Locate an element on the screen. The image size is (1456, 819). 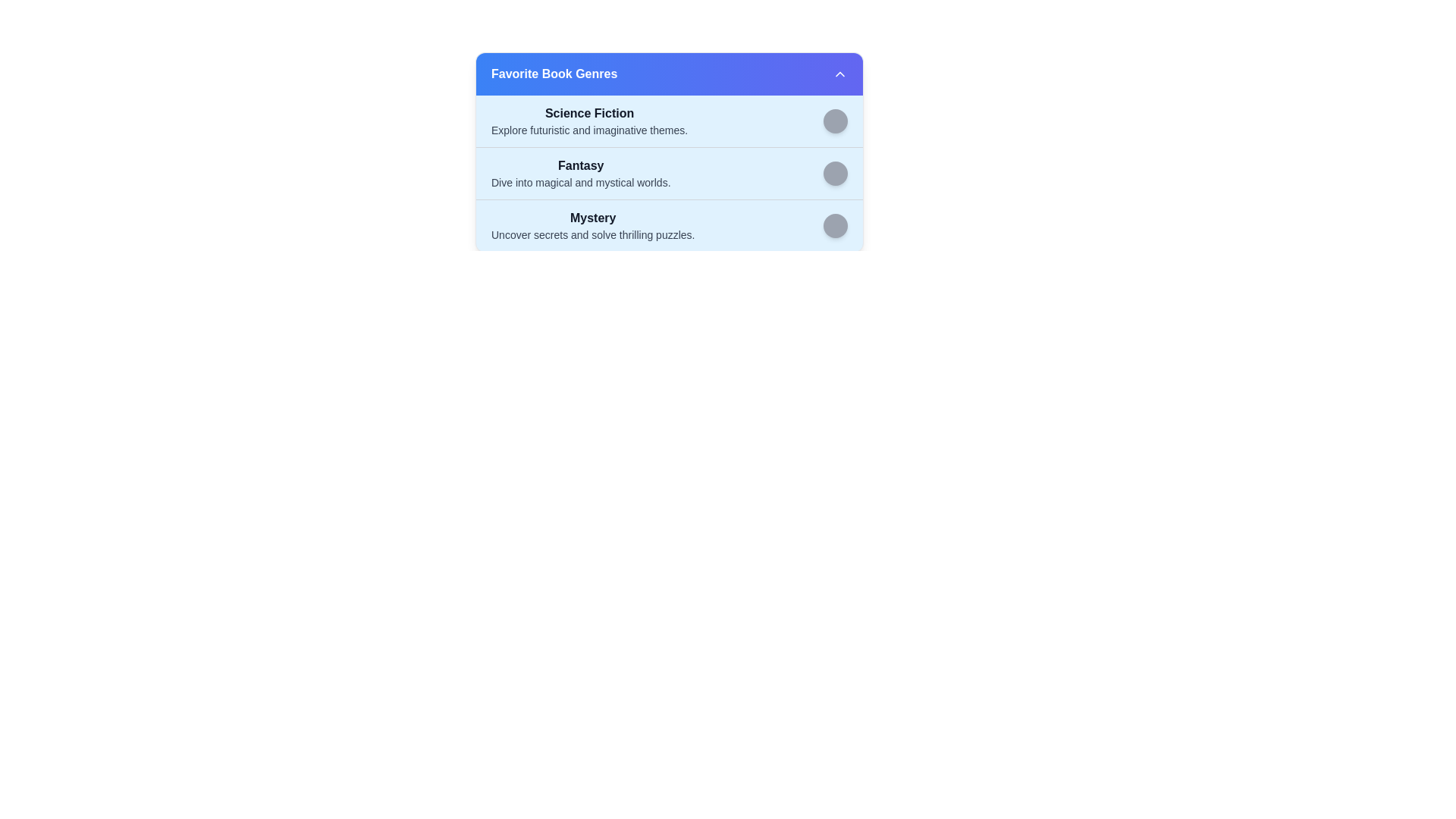
the circular button with a gray background located towards the right end inside the 'Fantasy' section is located at coordinates (835, 172).